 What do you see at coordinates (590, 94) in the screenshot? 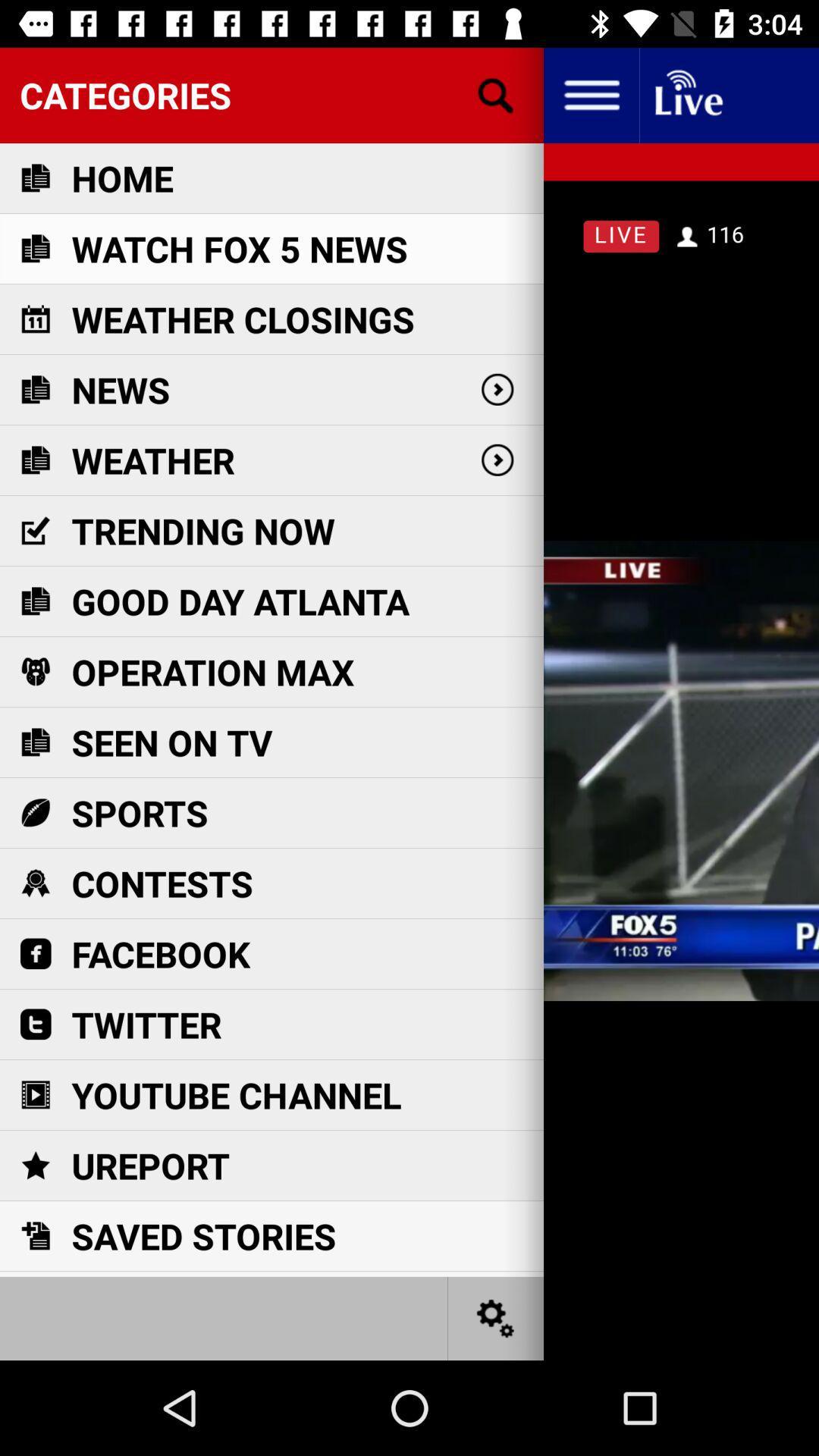
I see `my profile option to be veiw` at bounding box center [590, 94].